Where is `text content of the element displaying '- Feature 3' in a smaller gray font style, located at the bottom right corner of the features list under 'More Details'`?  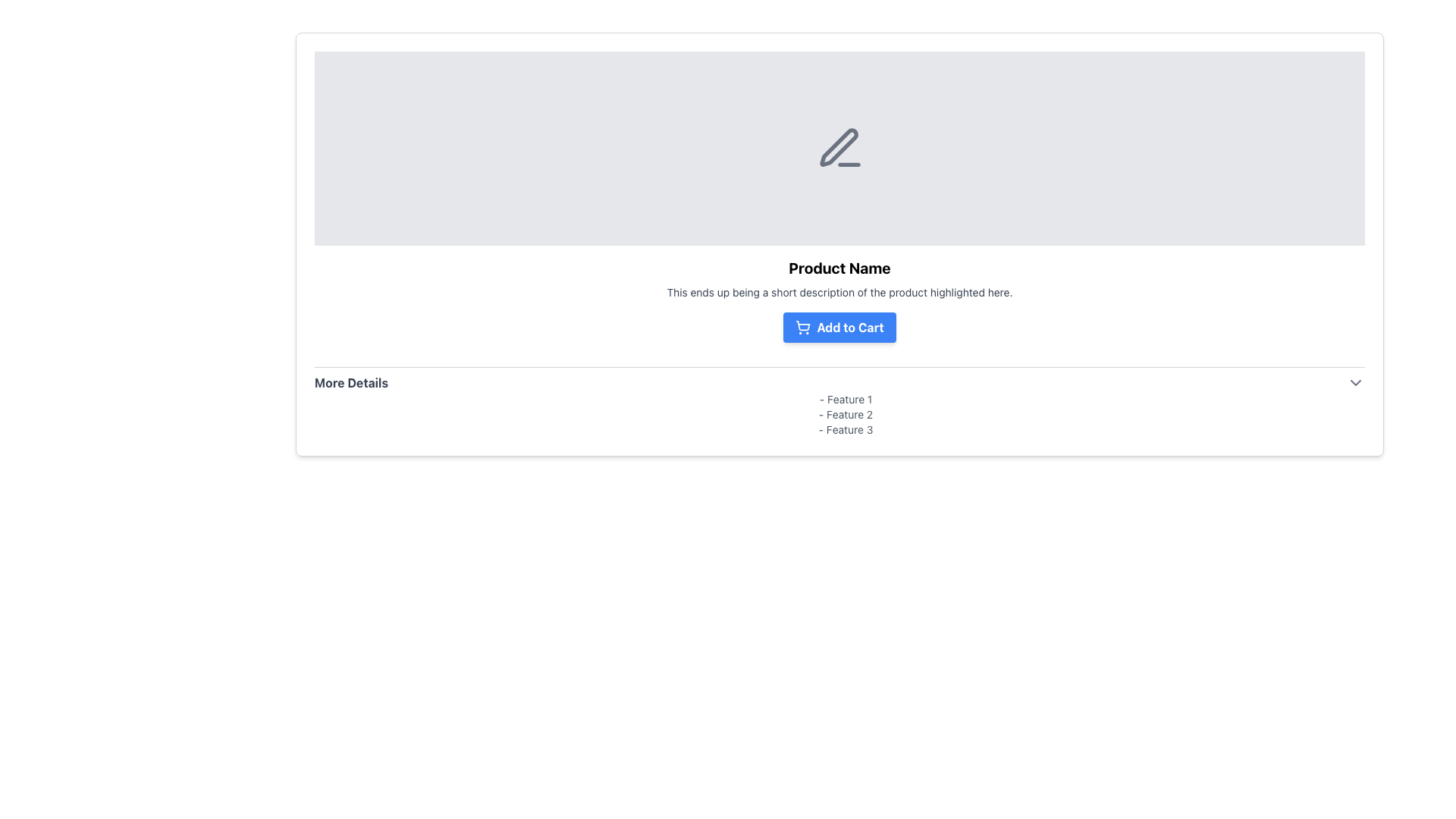
text content of the element displaying '- Feature 3' in a smaller gray font style, located at the bottom right corner of the features list under 'More Details' is located at coordinates (845, 430).